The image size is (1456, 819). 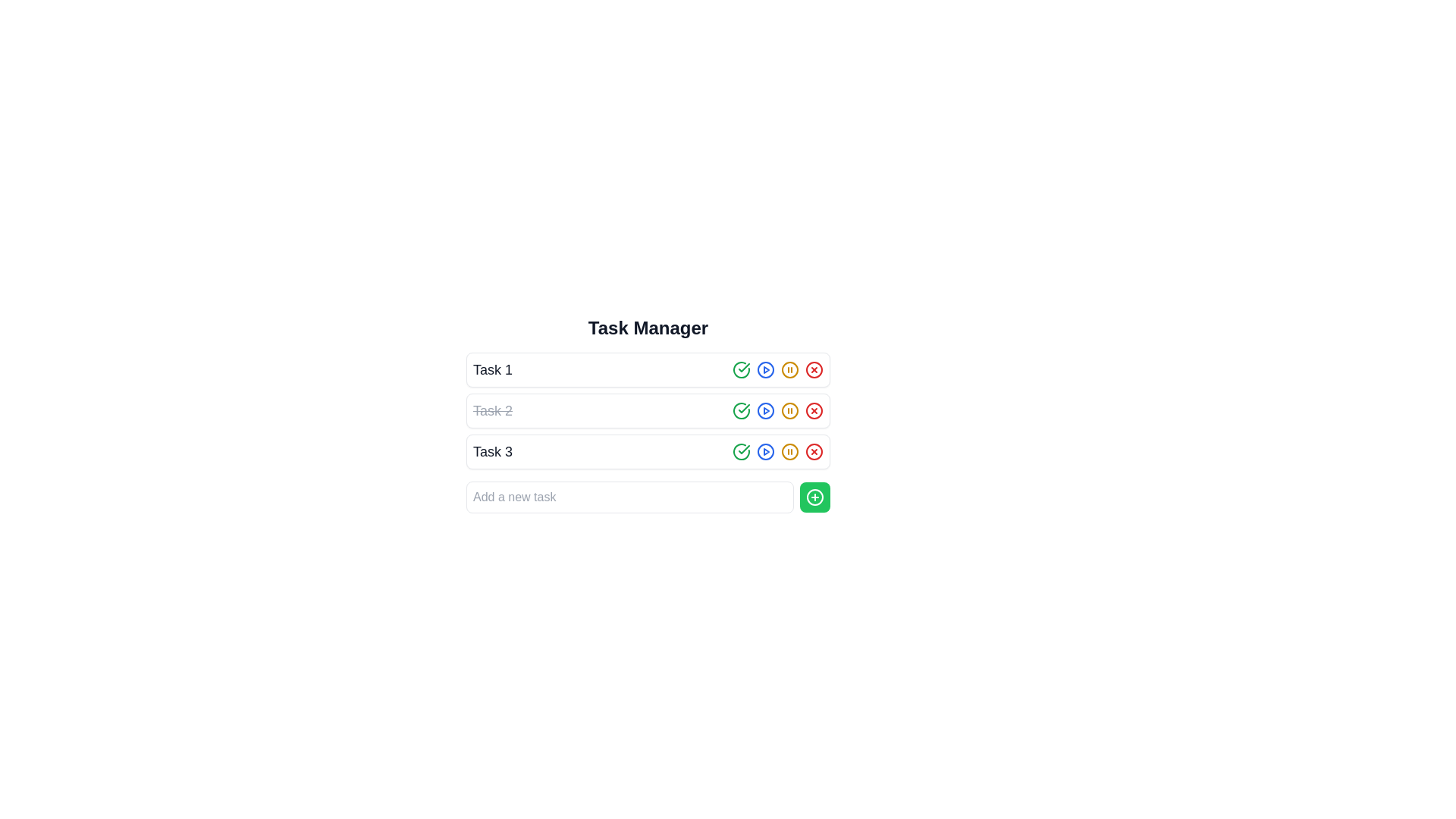 I want to click on the interactive button located at the far-right end of the 'Add a new task' input field, so click(x=814, y=497).